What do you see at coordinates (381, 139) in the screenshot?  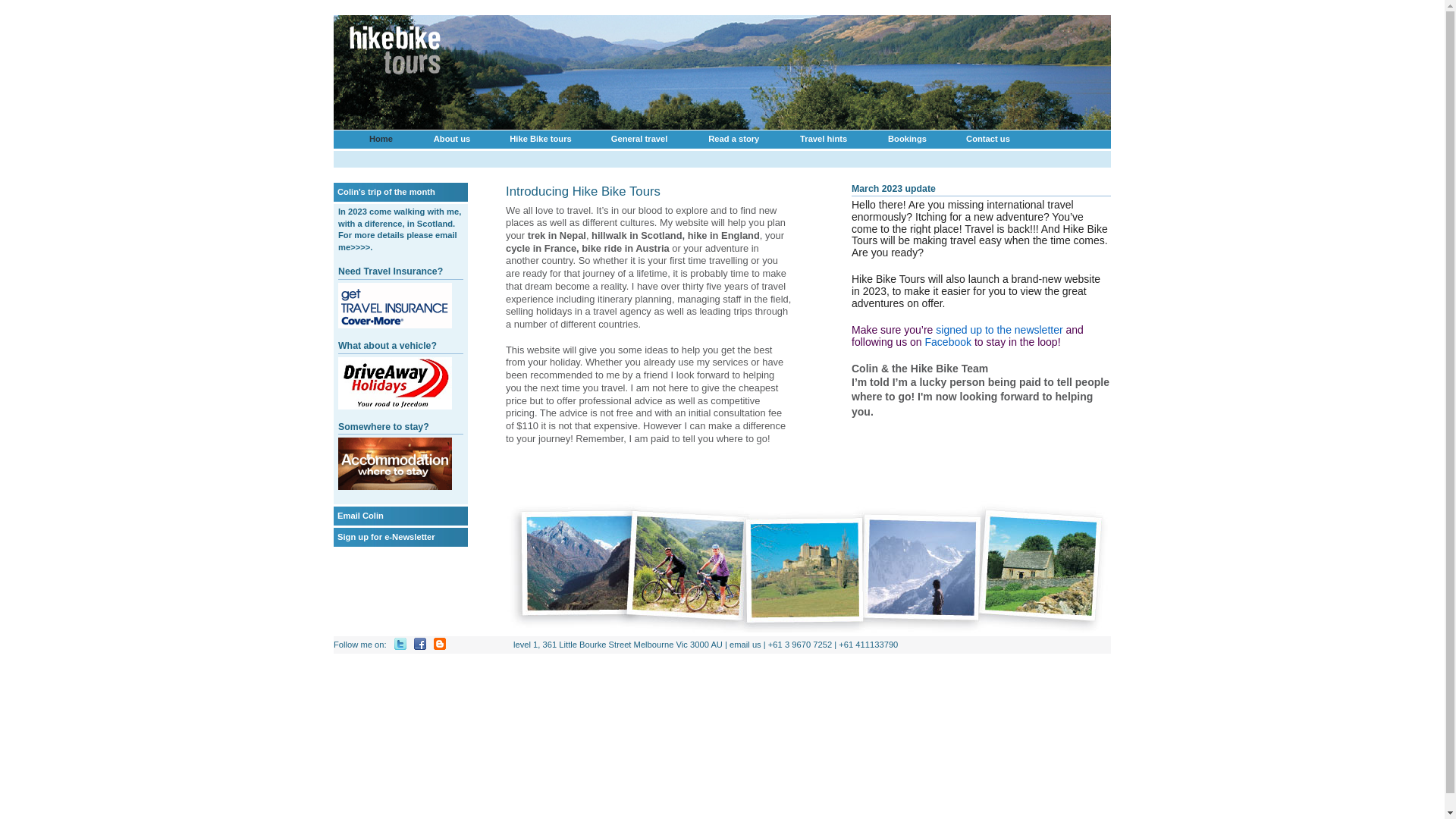 I see `'Home'` at bounding box center [381, 139].